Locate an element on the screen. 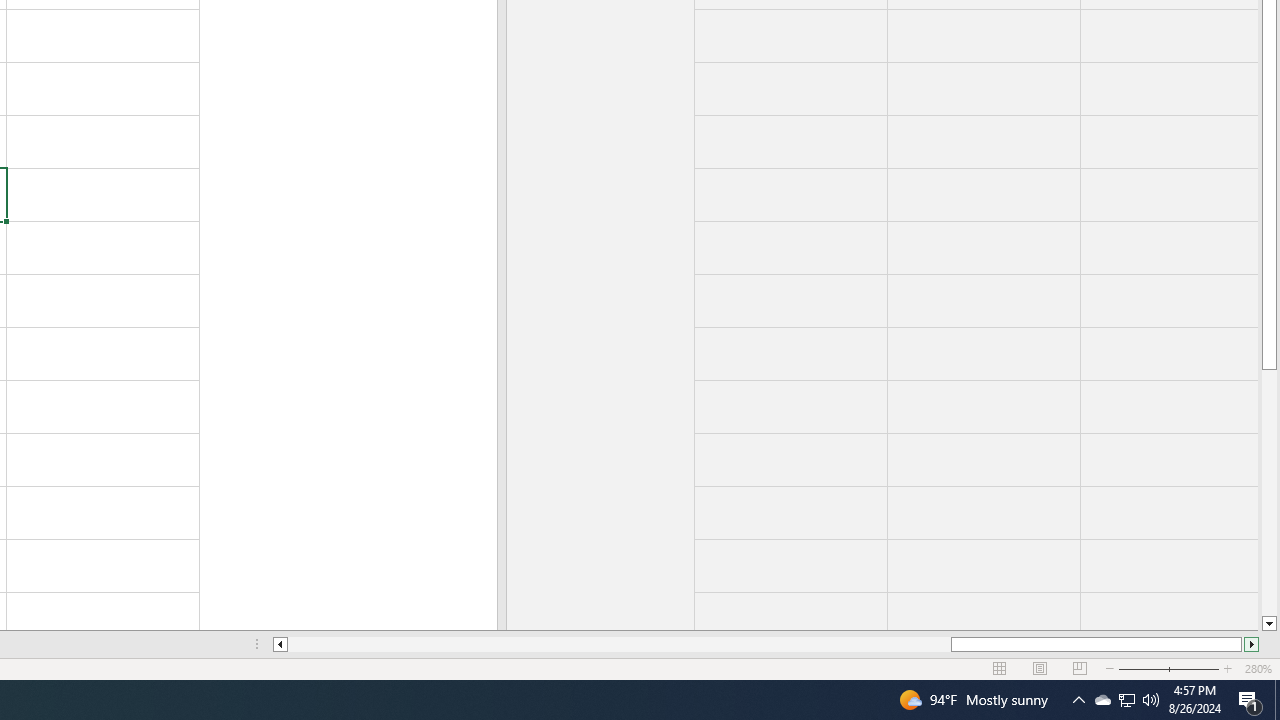 The width and height of the screenshot is (1280, 720). 'Column right' is located at coordinates (1251, 644).